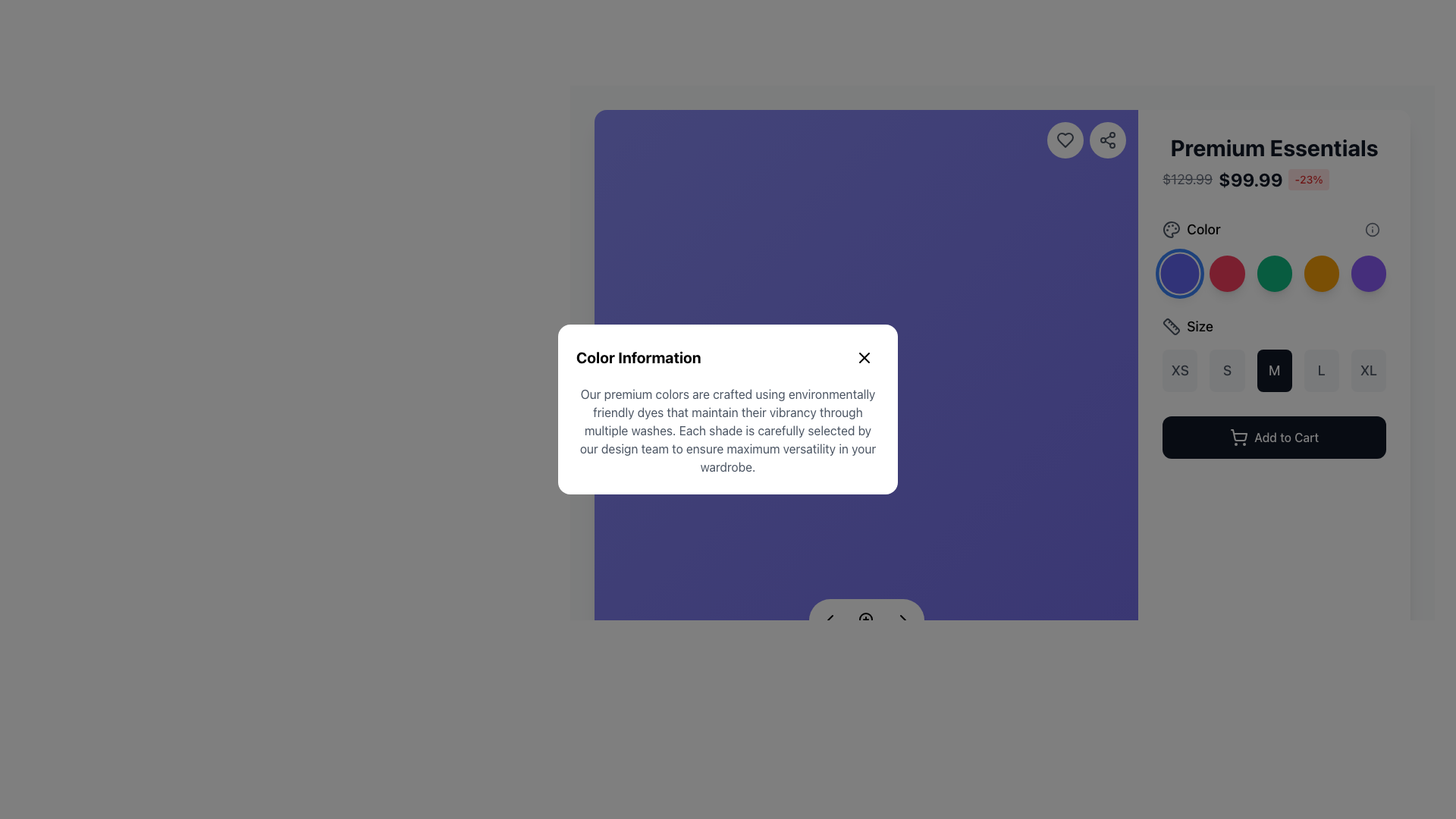 Image resolution: width=1456 pixels, height=819 pixels. I want to click on the first navigational button located at the bottom-center of the application's interface, so click(829, 620).